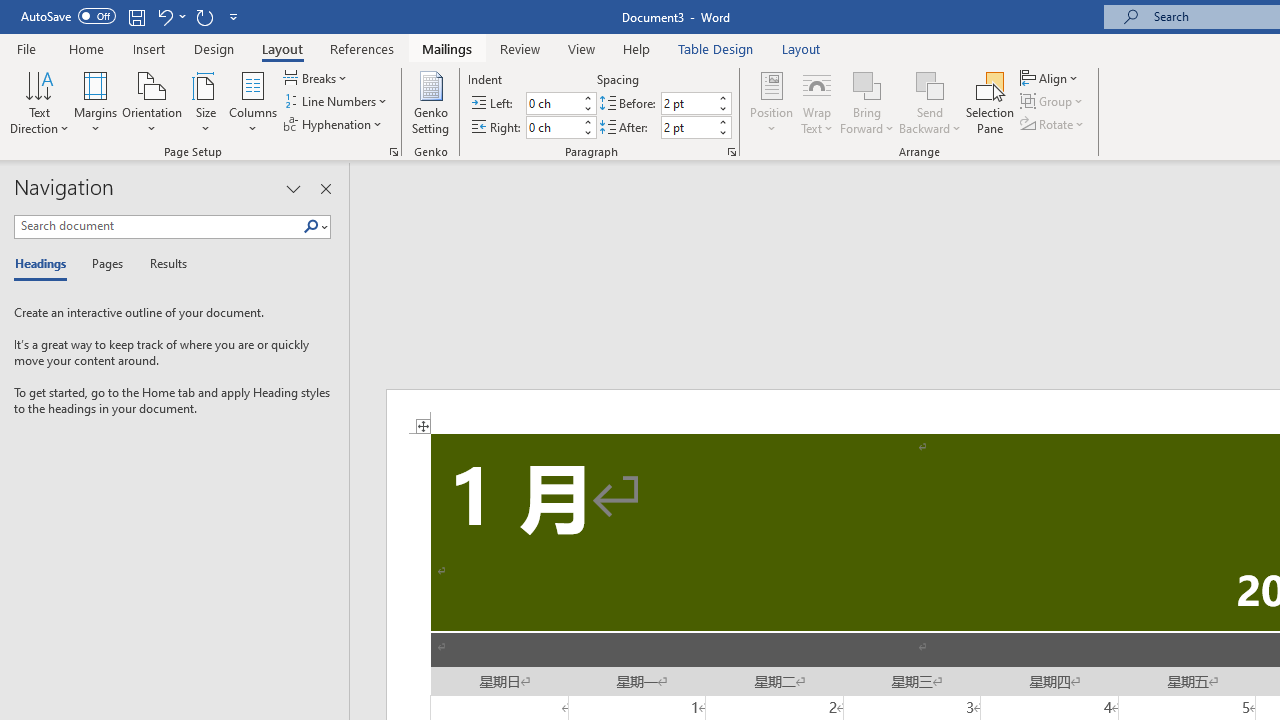 The height and width of the screenshot is (720, 1280). I want to click on 'Bring Forward', so click(867, 103).